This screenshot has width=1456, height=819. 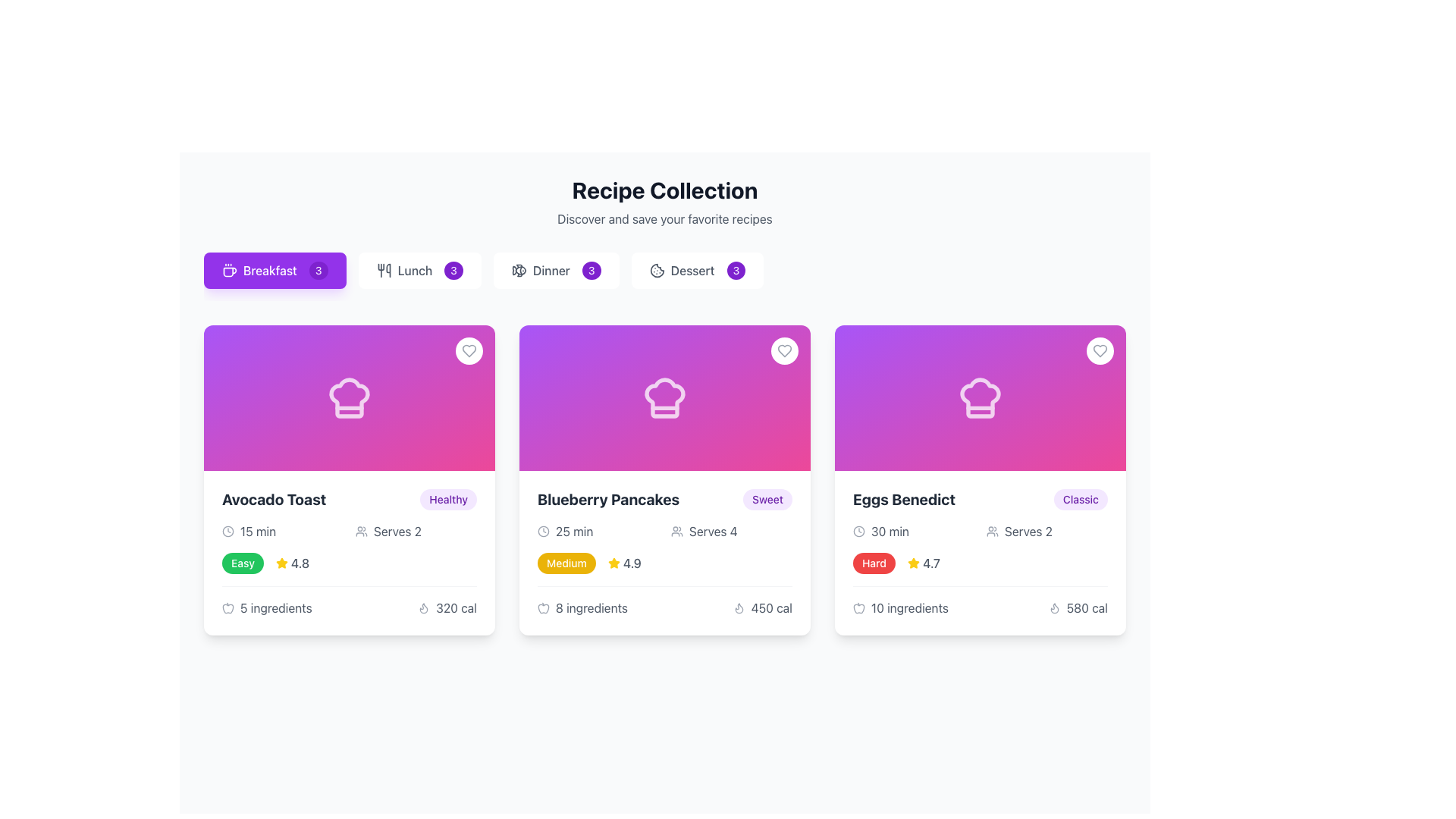 What do you see at coordinates (519, 270) in the screenshot?
I see `the 'Dinner' category icon in the navigation menu, which is located within the 'Dinner3' button and is the first element among its siblings` at bounding box center [519, 270].